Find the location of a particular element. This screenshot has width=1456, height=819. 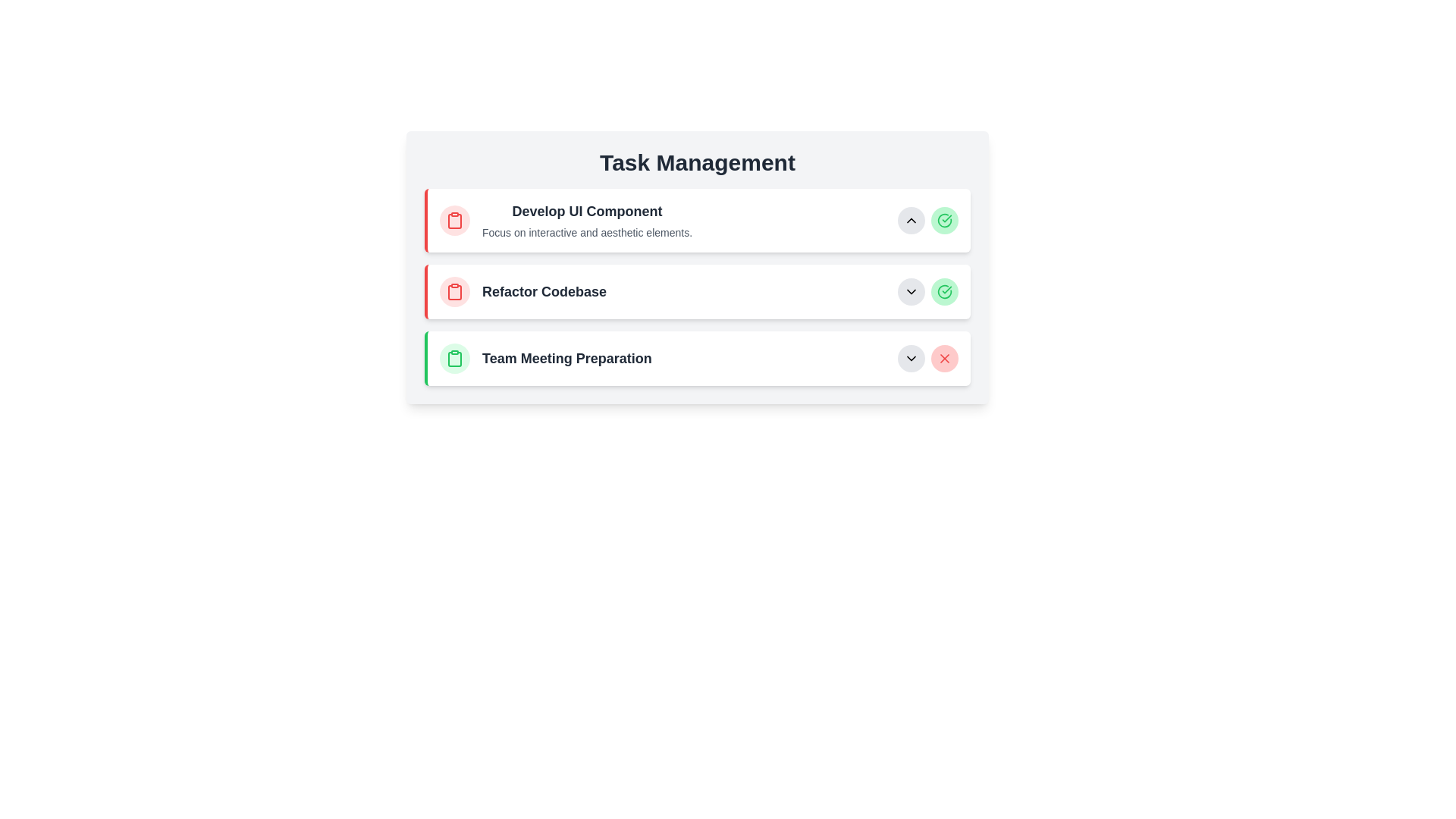

the upward chevron on the Task Item Module titled 'Develop UI Component' is located at coordinates (697, 220).